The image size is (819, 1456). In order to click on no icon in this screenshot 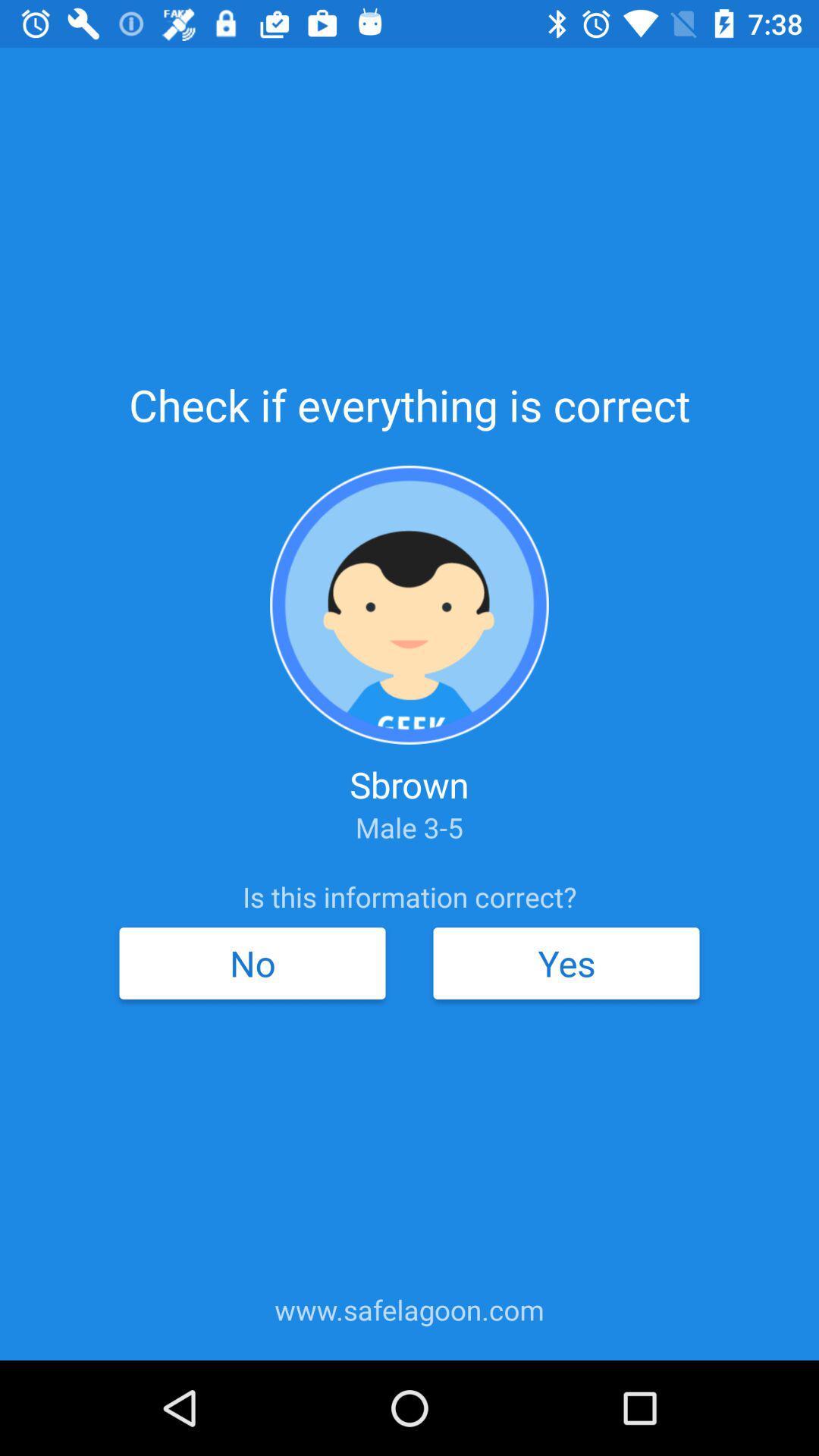, I will do `click(251, 962)`.